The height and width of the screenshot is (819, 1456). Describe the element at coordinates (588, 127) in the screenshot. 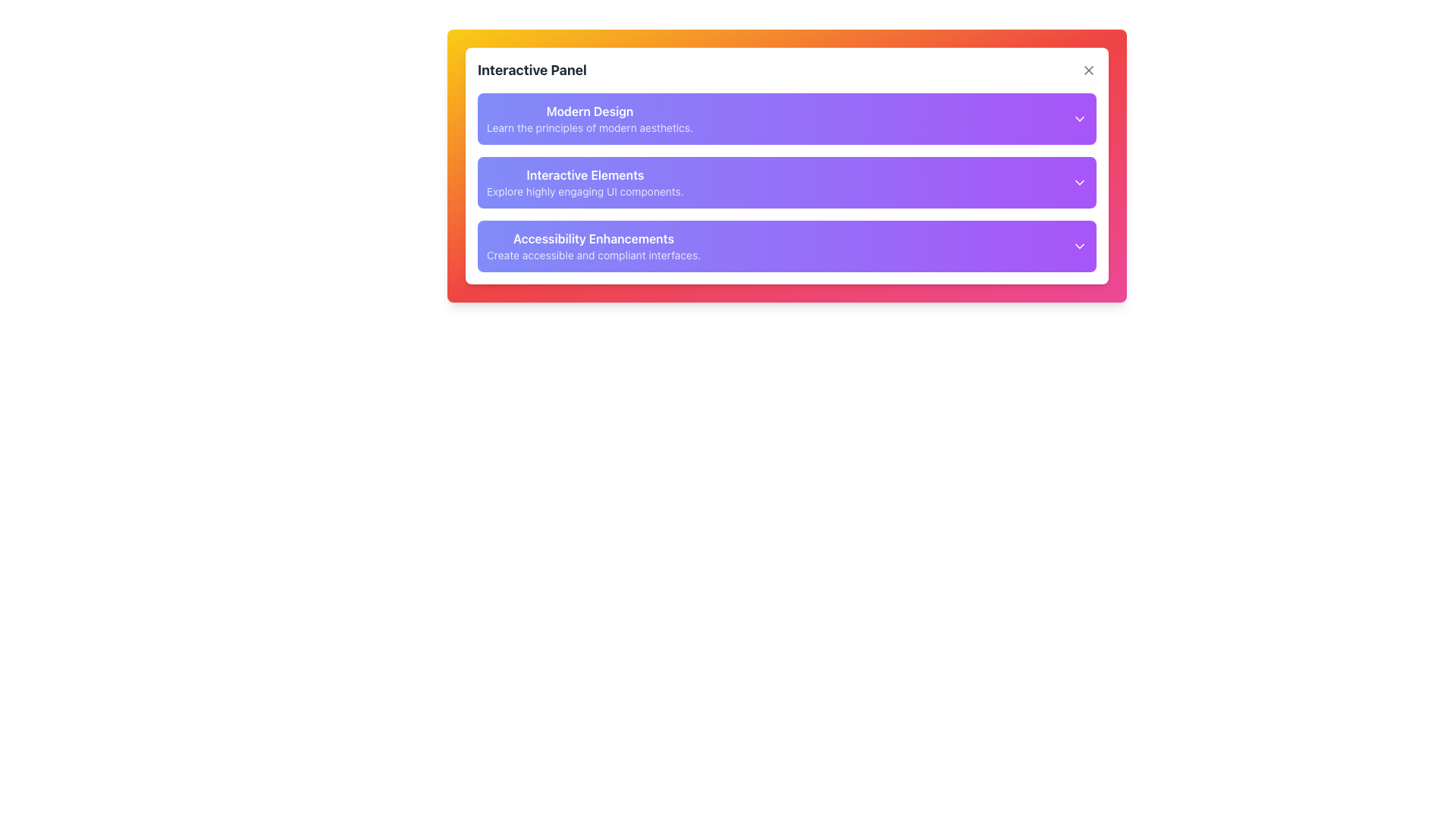

I see `the descriptive text label located directly below the heading 'Modern Design' within the UI panel` at that location.